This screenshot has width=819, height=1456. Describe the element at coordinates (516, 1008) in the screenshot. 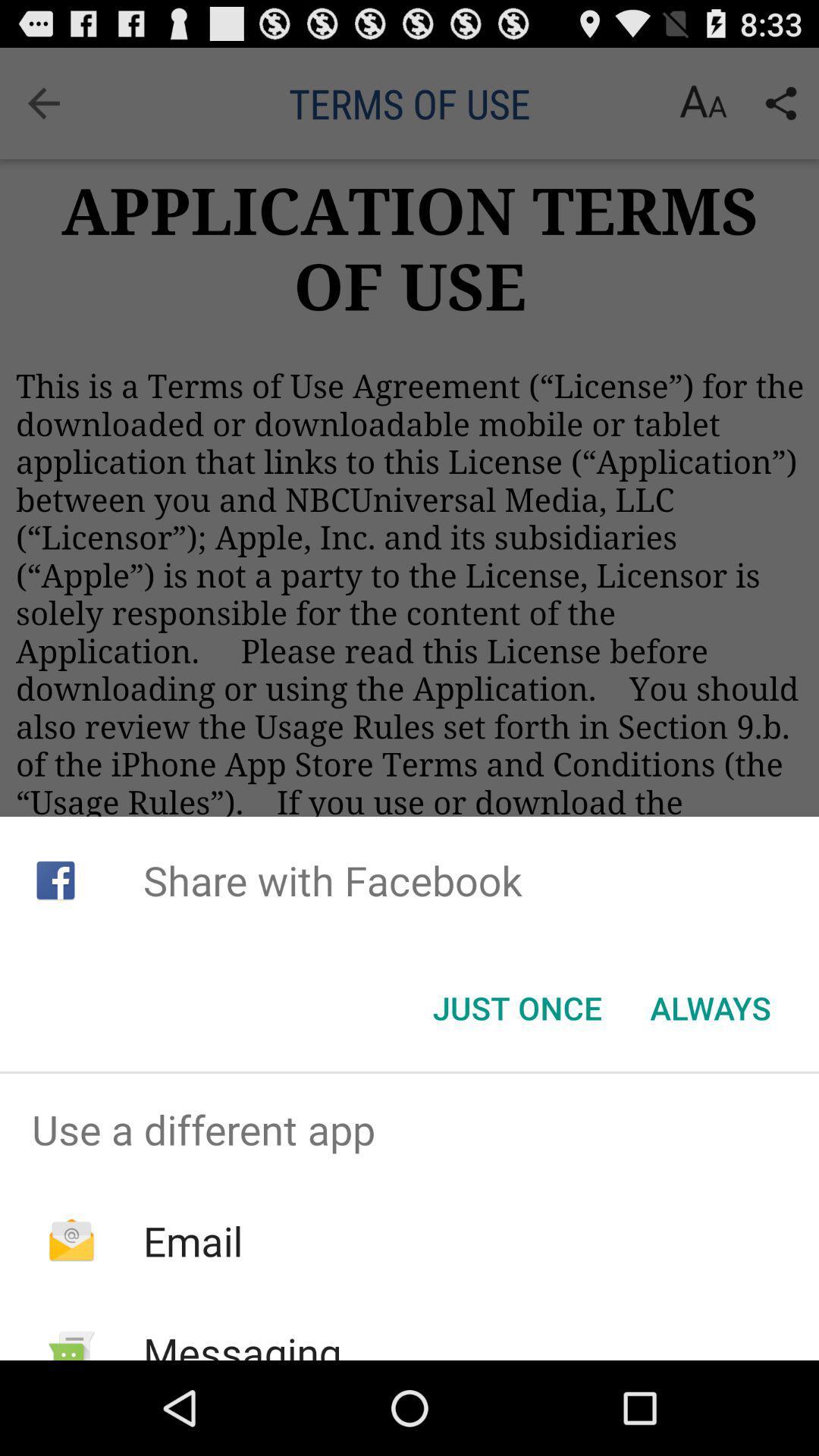

I see `the icon next to always item` at that location.